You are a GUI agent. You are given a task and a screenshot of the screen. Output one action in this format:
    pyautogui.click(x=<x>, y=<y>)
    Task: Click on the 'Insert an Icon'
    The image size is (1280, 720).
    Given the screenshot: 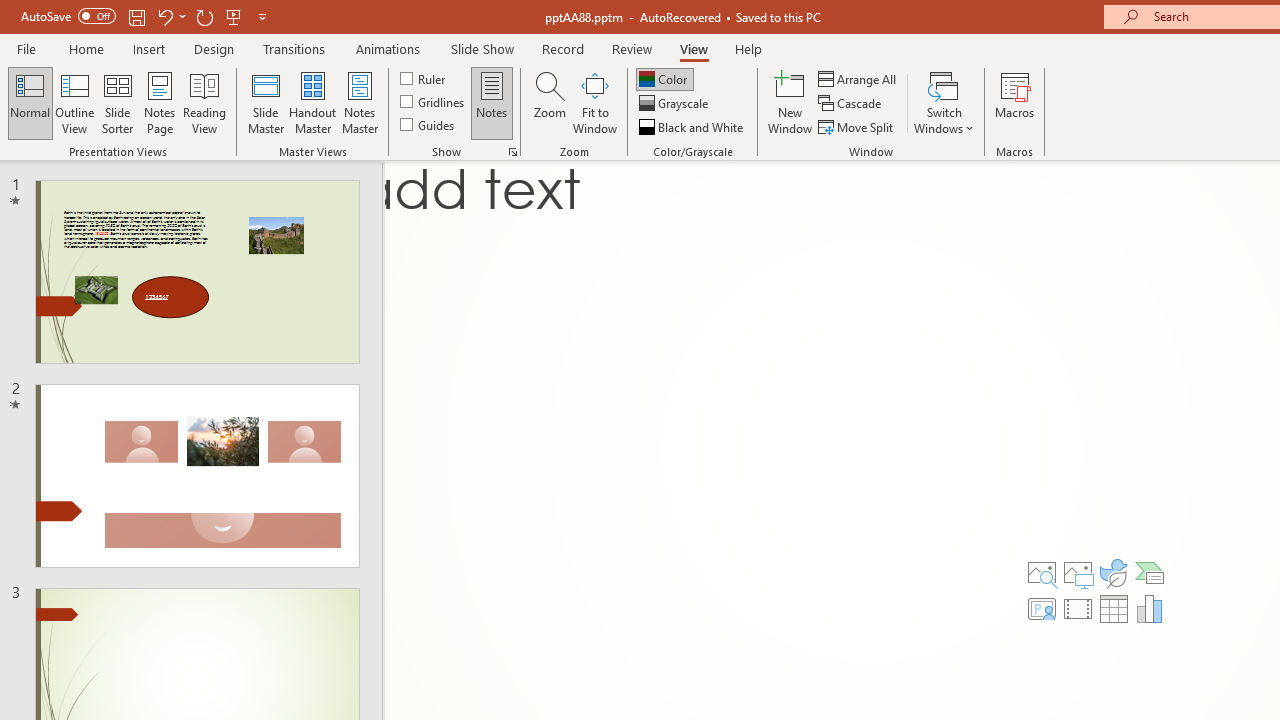 What is the action you would take?
    pyautogui.click(x=1113, y=573)
    